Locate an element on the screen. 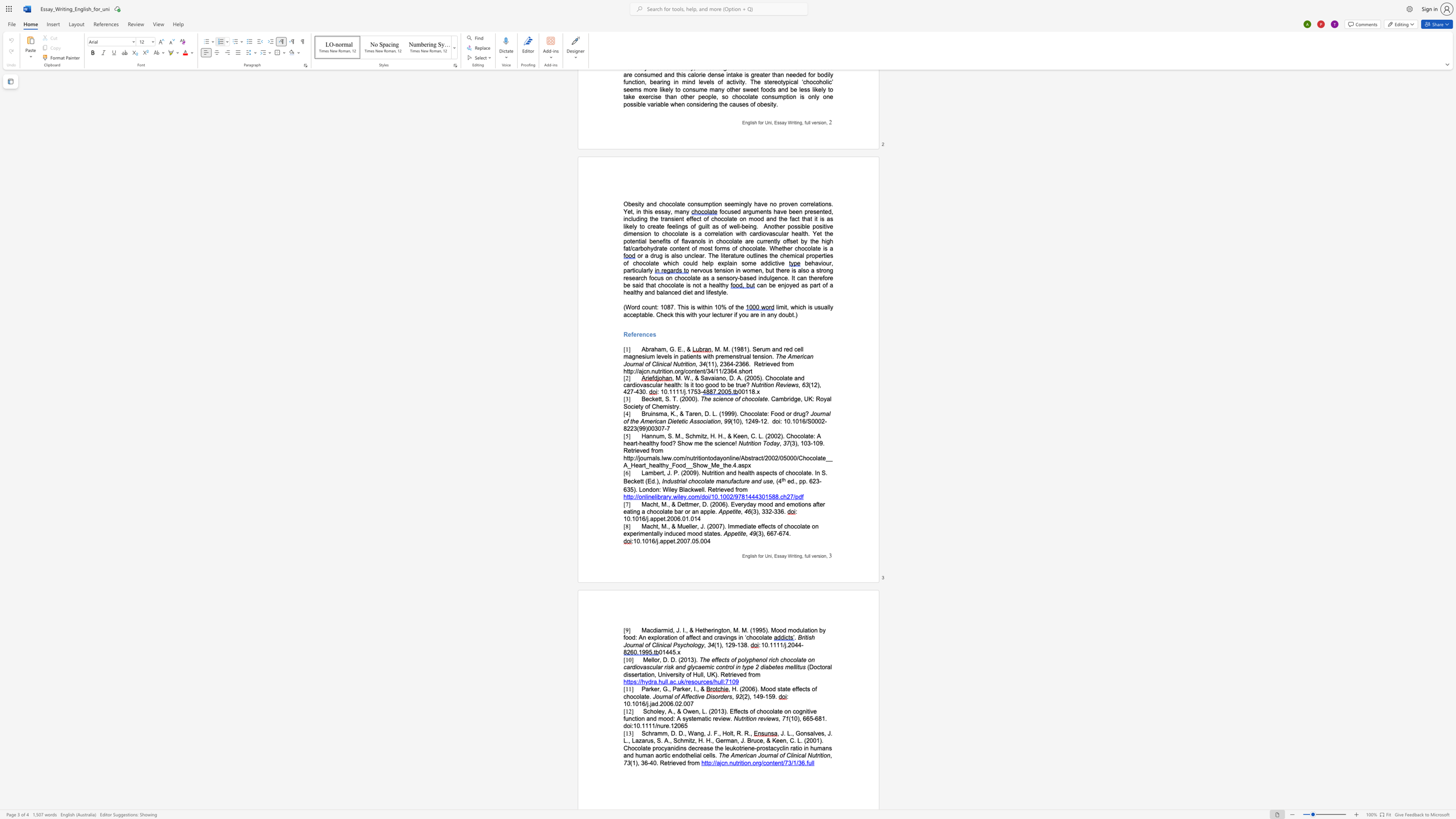 This screenshot has width=1456, height=819. the space between the continuous character ")" and "," in the text is located at coordinates (721, 644).